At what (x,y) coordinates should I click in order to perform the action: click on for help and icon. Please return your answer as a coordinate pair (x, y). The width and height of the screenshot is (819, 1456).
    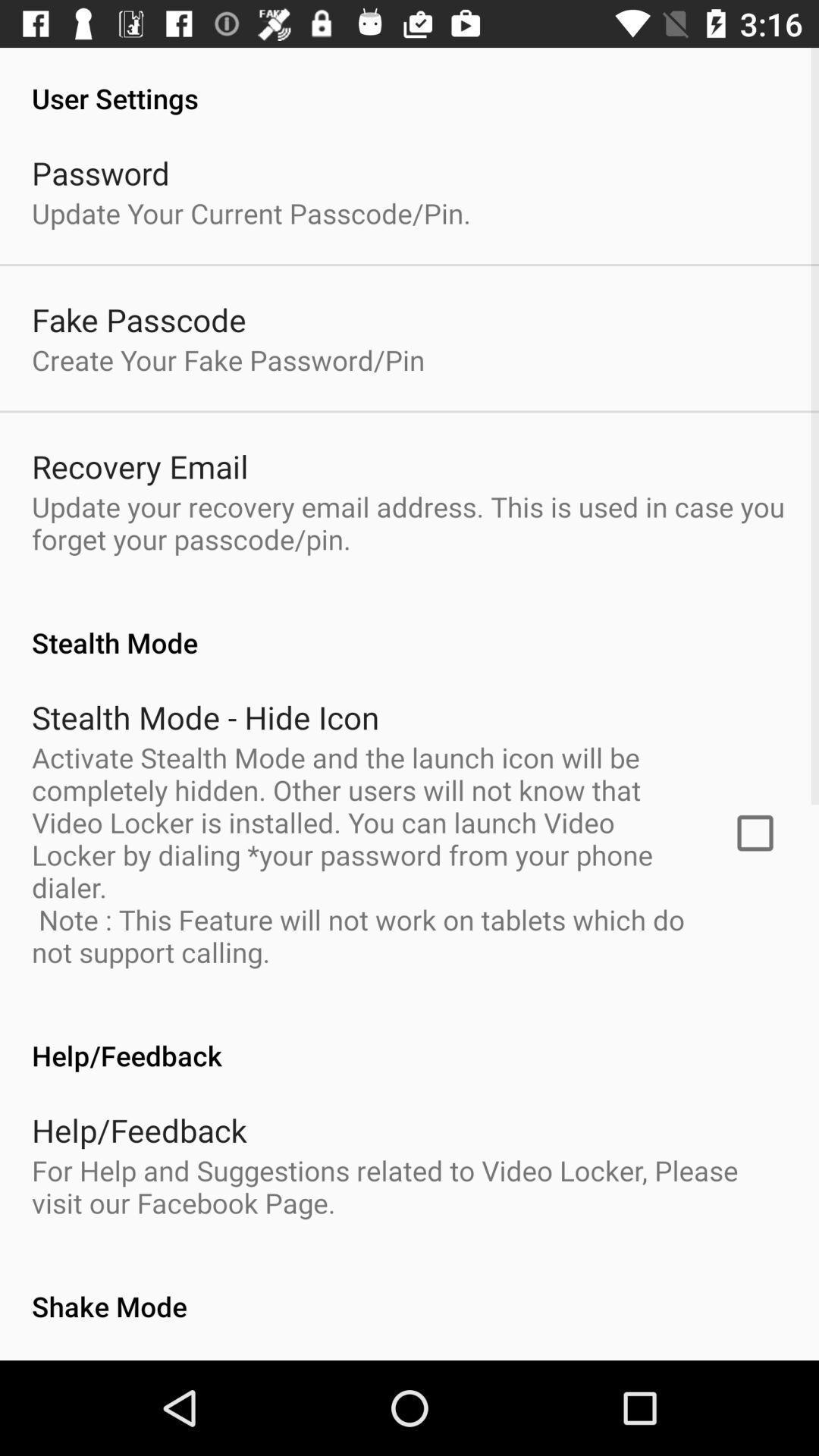
    Looking at the image, I should click on (409, 1185).